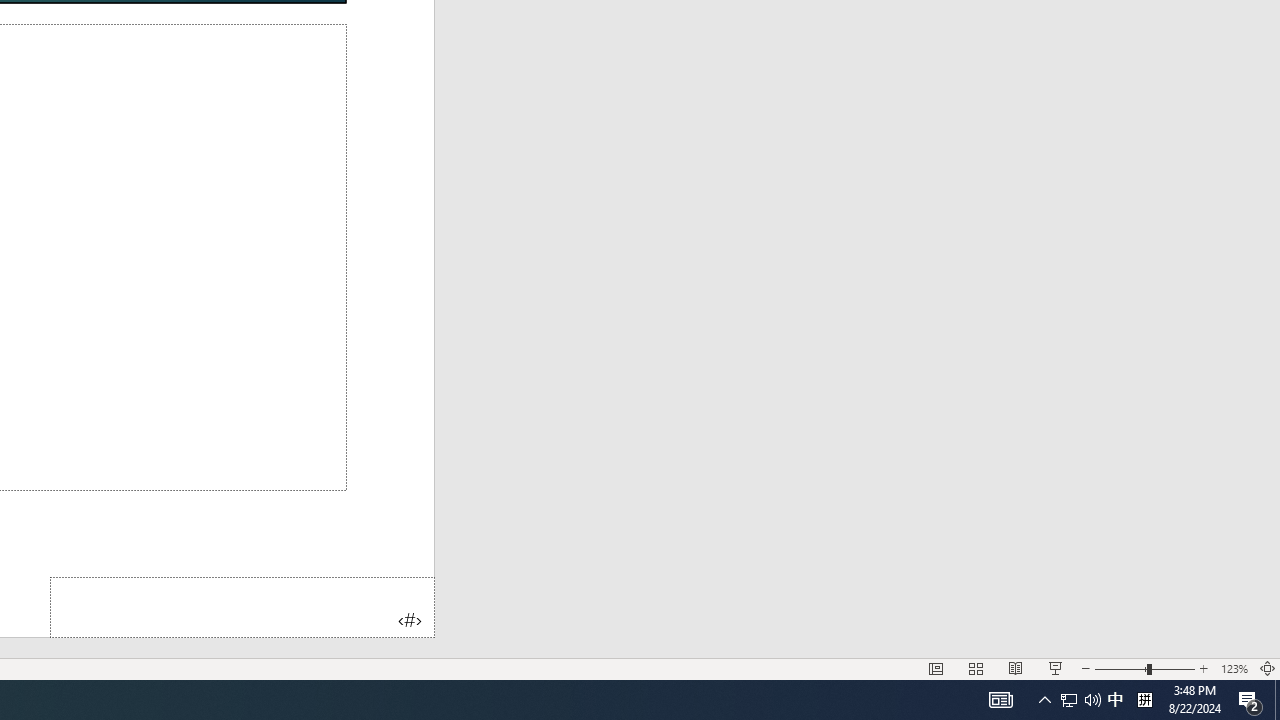 This screenshot has height=720, width=1280. I want to click on 'Page Number', so click(241, 606).